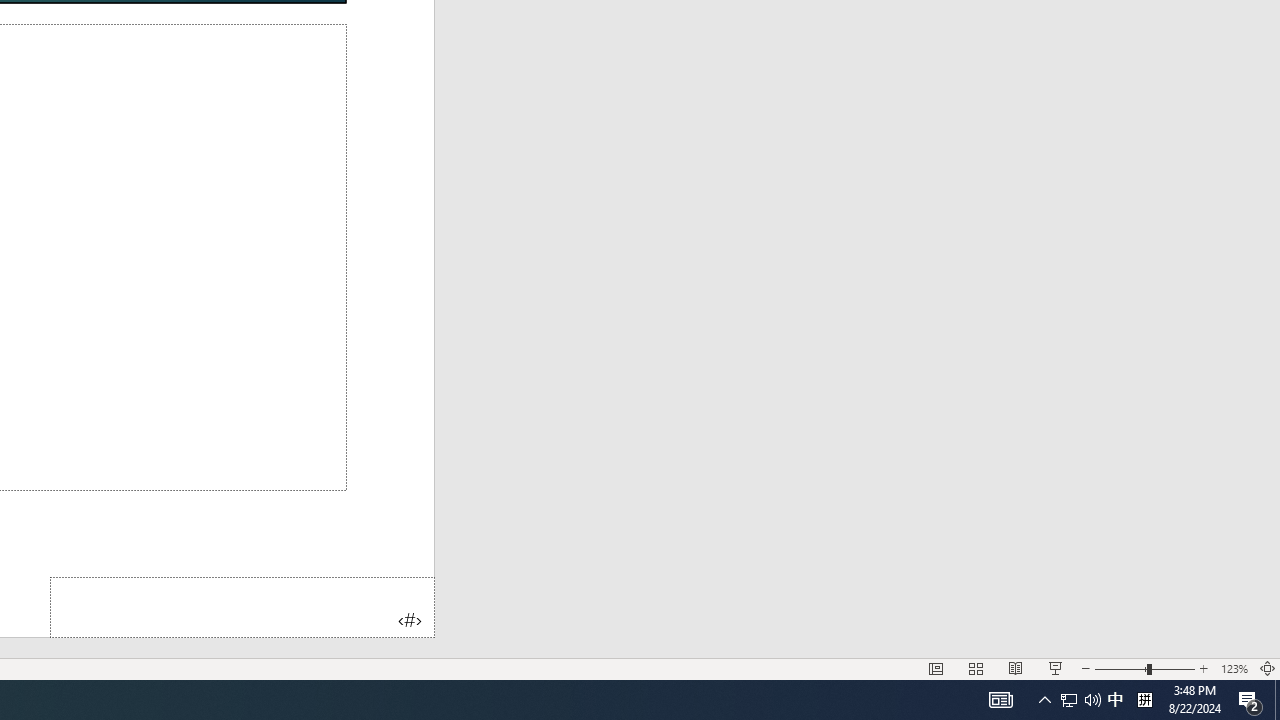 This screenshot has height=720, width=1280. I want to click on 'Page Number', so click(241, 606).